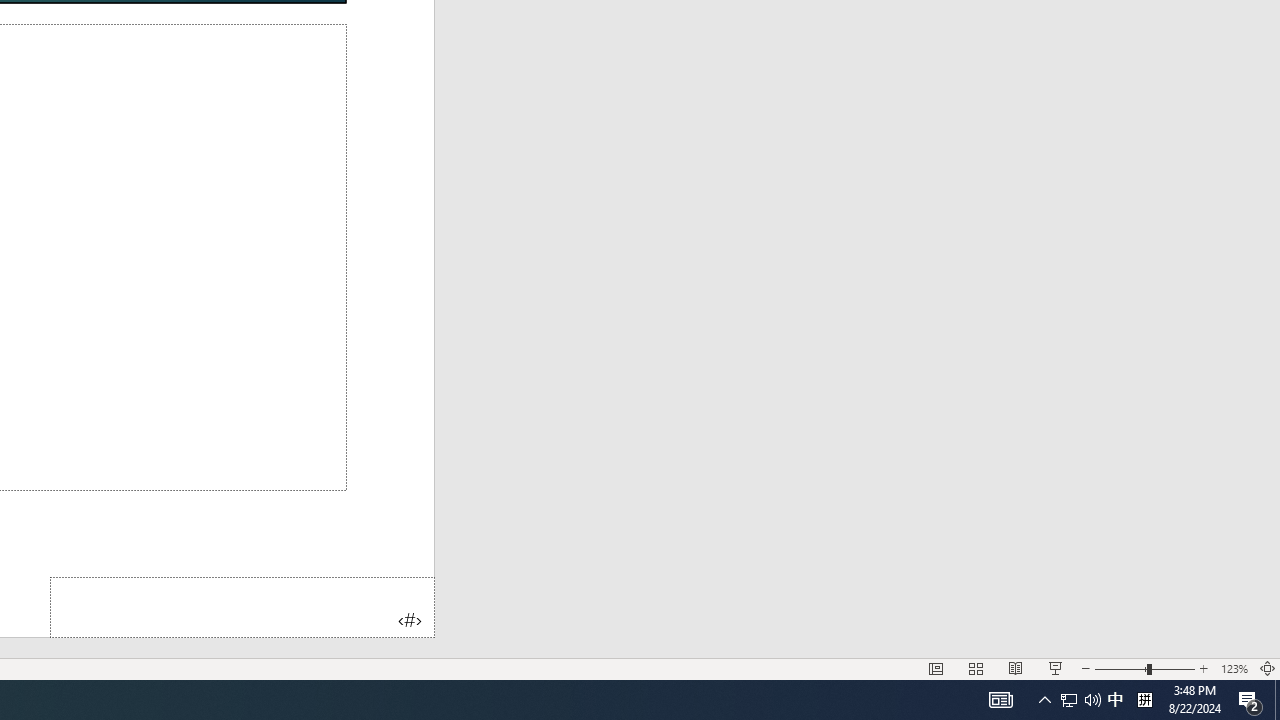 This screenshot has height=720, width=1280. I want to click on 'Page Number', so click(241, 606).